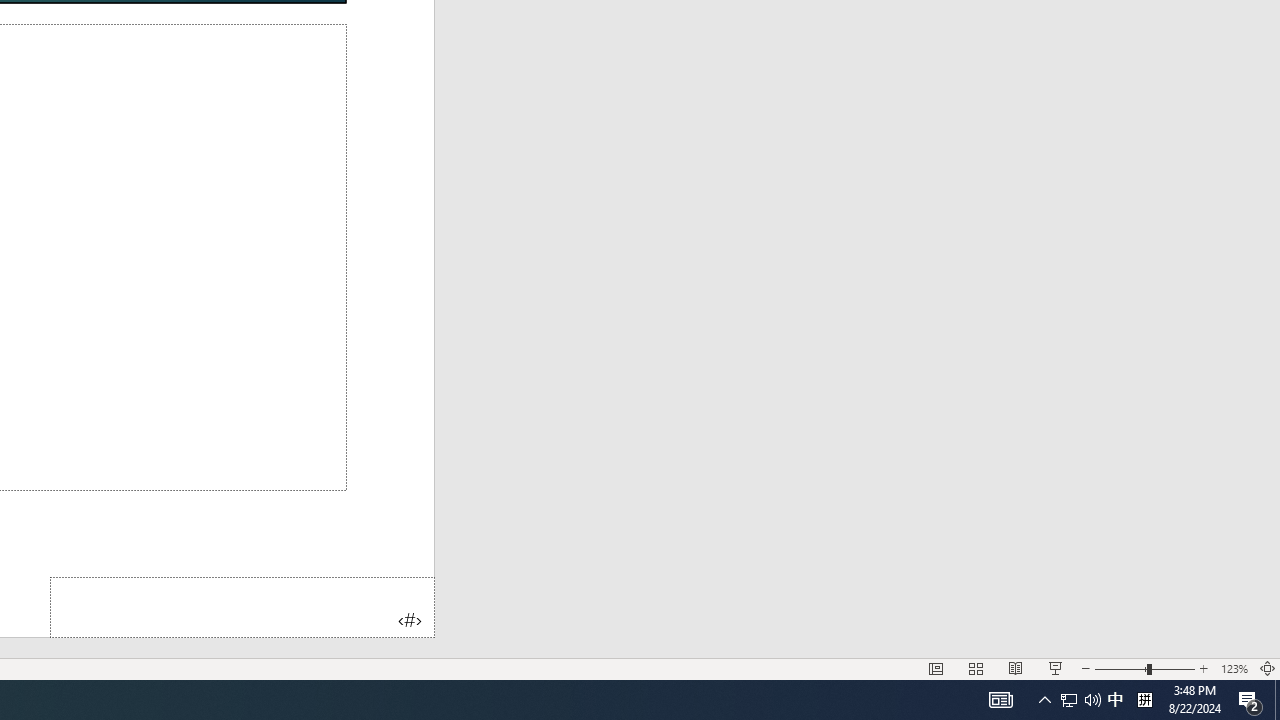 This screenshot has height=720, width=1280. I want to click on 'Page Number', so click(241, 606).